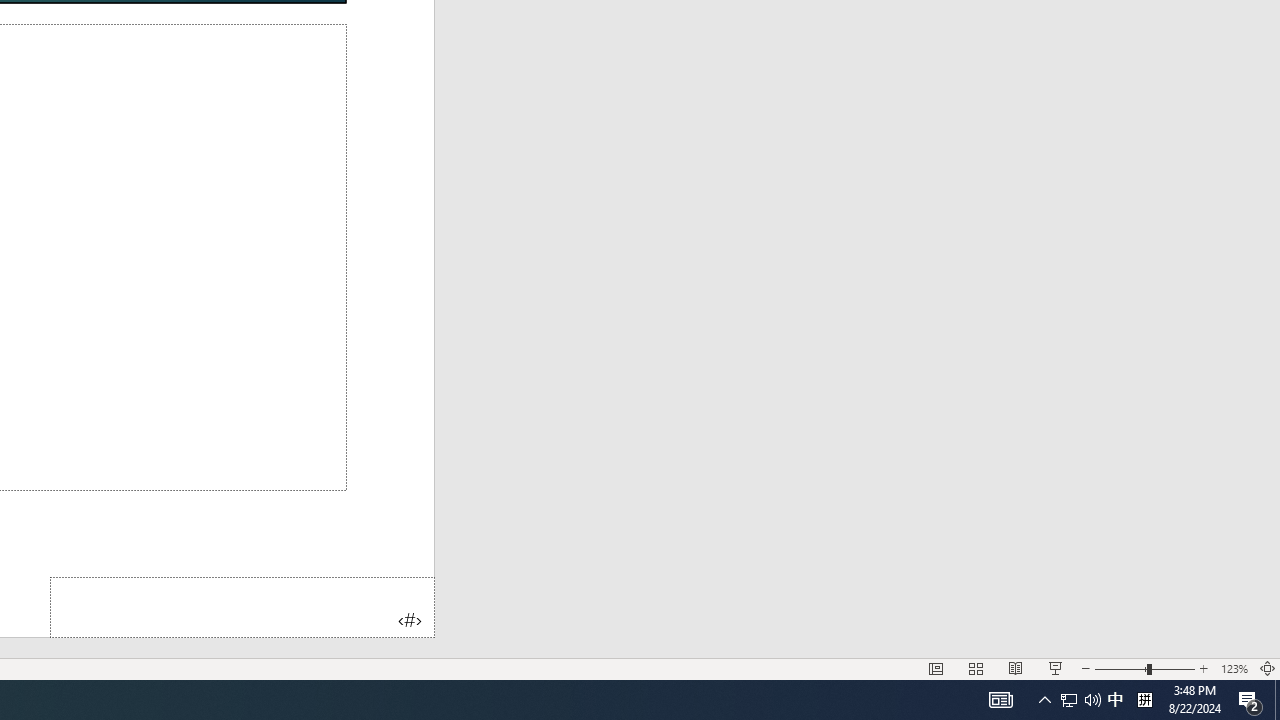 This screenshot has height=720, width=1280. I want to click on 'Page Number', so click(241, 606).